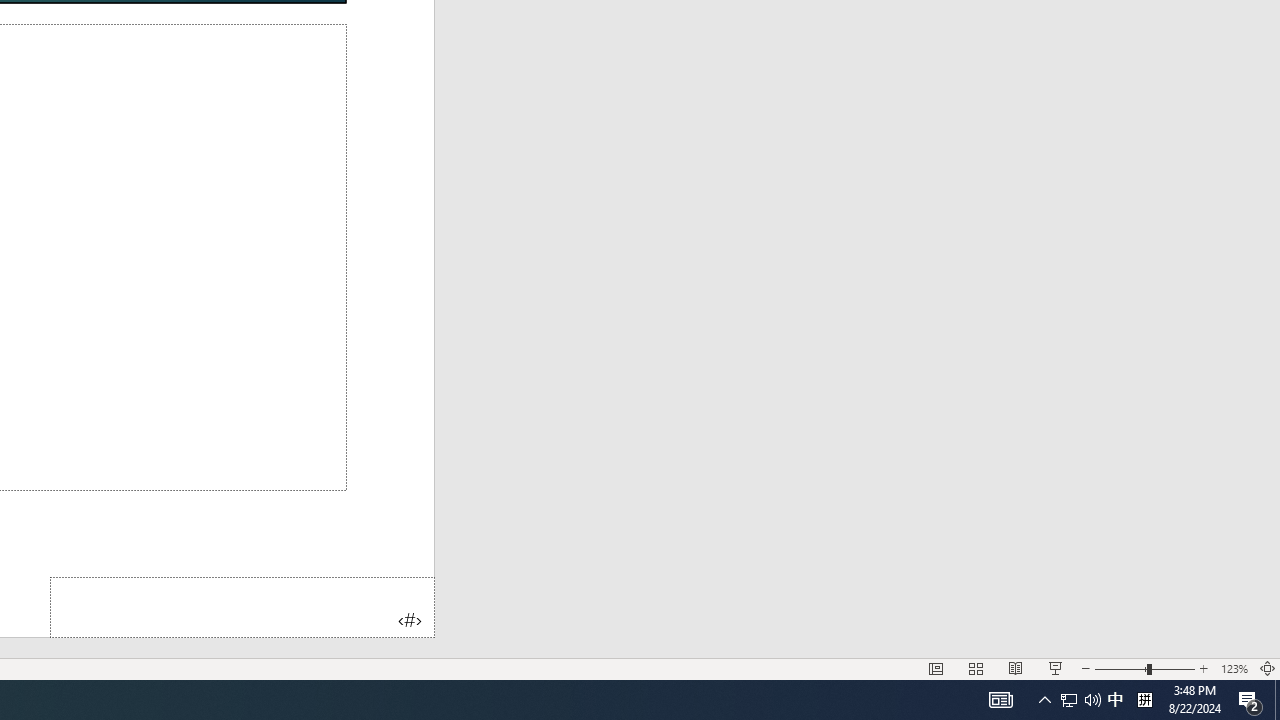 This screenshot has height=720, width=1280. I want to click on 'Page Number', so click(241, 606).